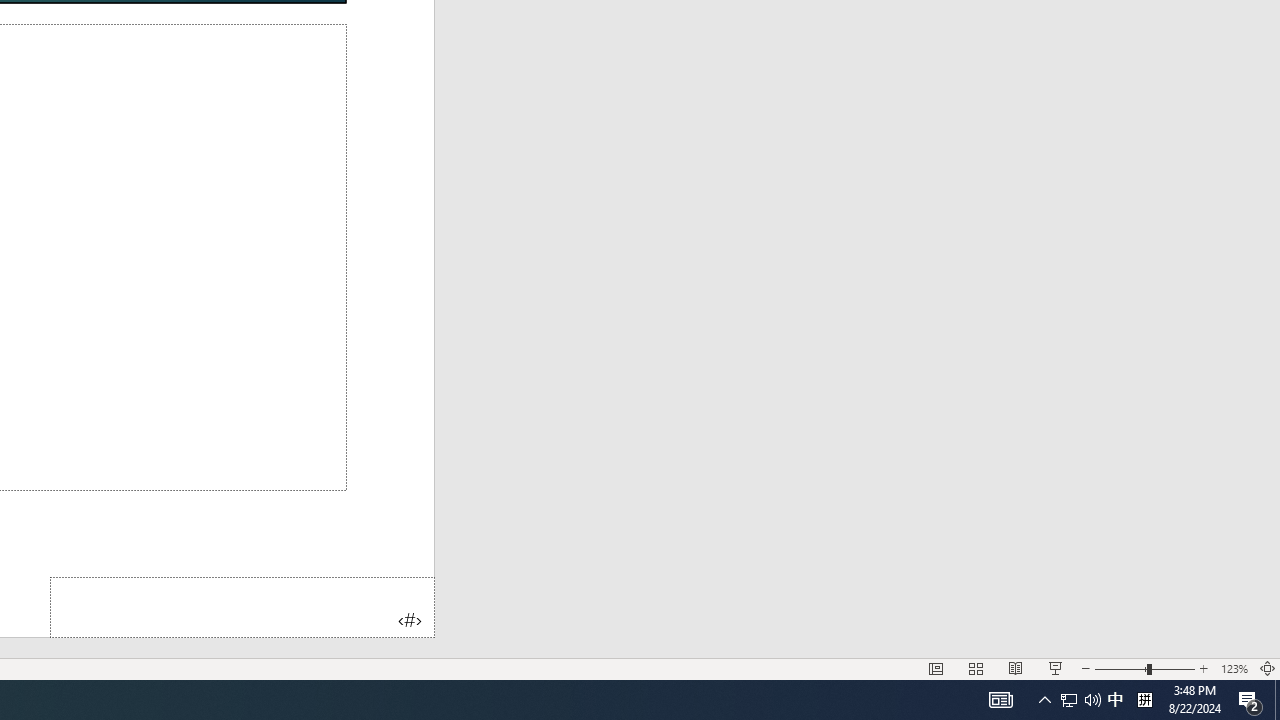 This screenshot has height=720, width=1280. I want to click on 'Page Number', so click(241, 606).